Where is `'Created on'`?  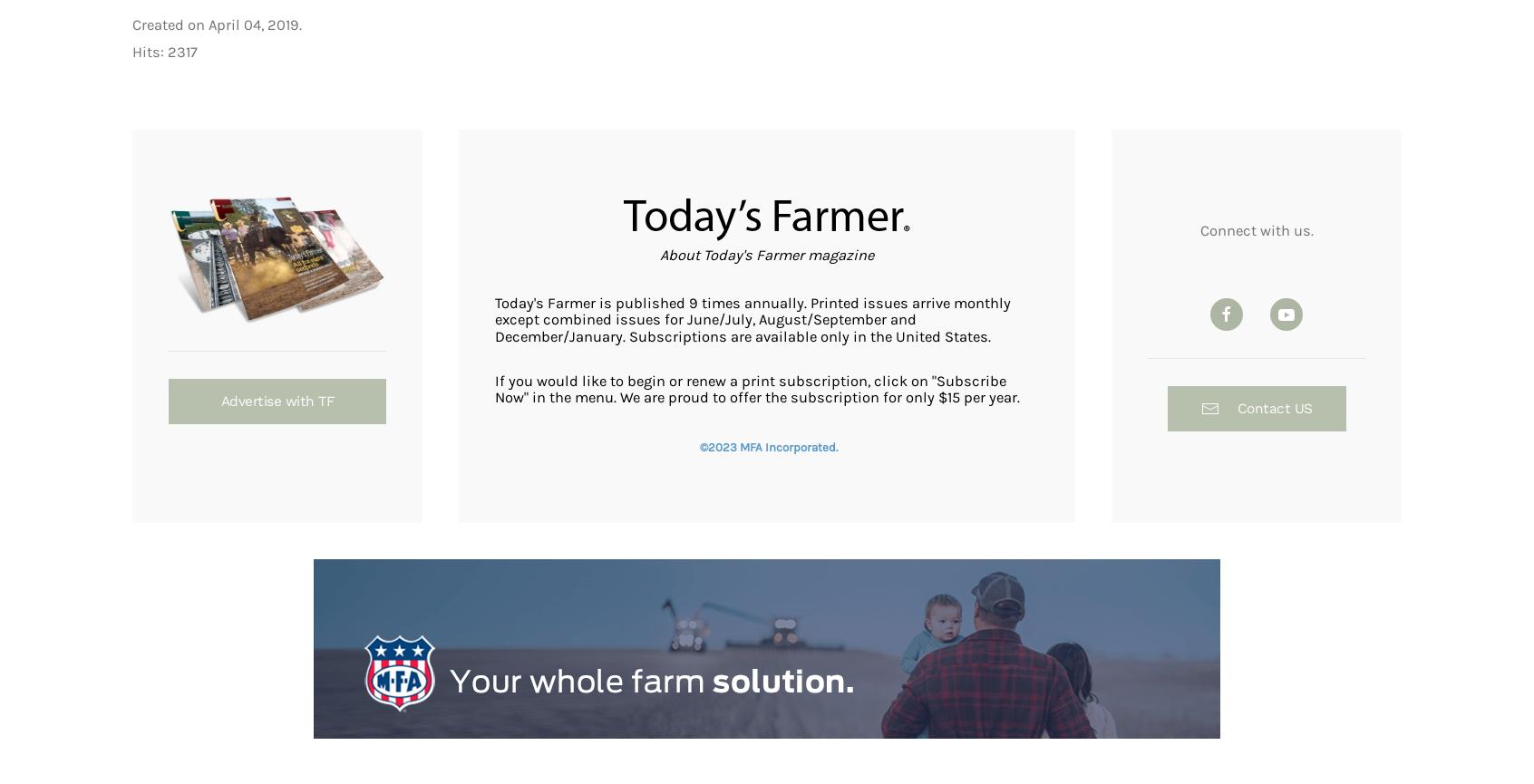 'Created on' is located at coordinates (169, 24).